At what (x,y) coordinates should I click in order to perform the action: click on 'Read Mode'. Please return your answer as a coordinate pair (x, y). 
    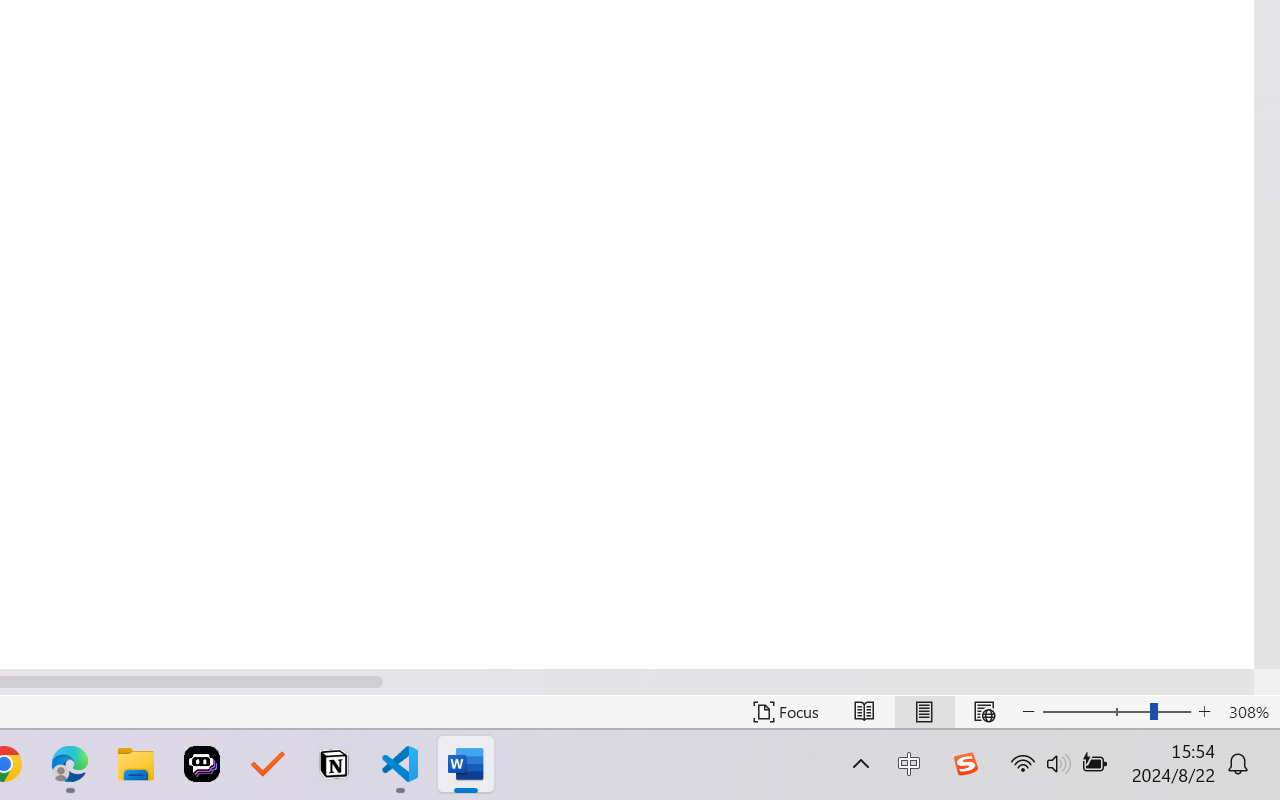
    Looking at the image, I should click on (864, 711).